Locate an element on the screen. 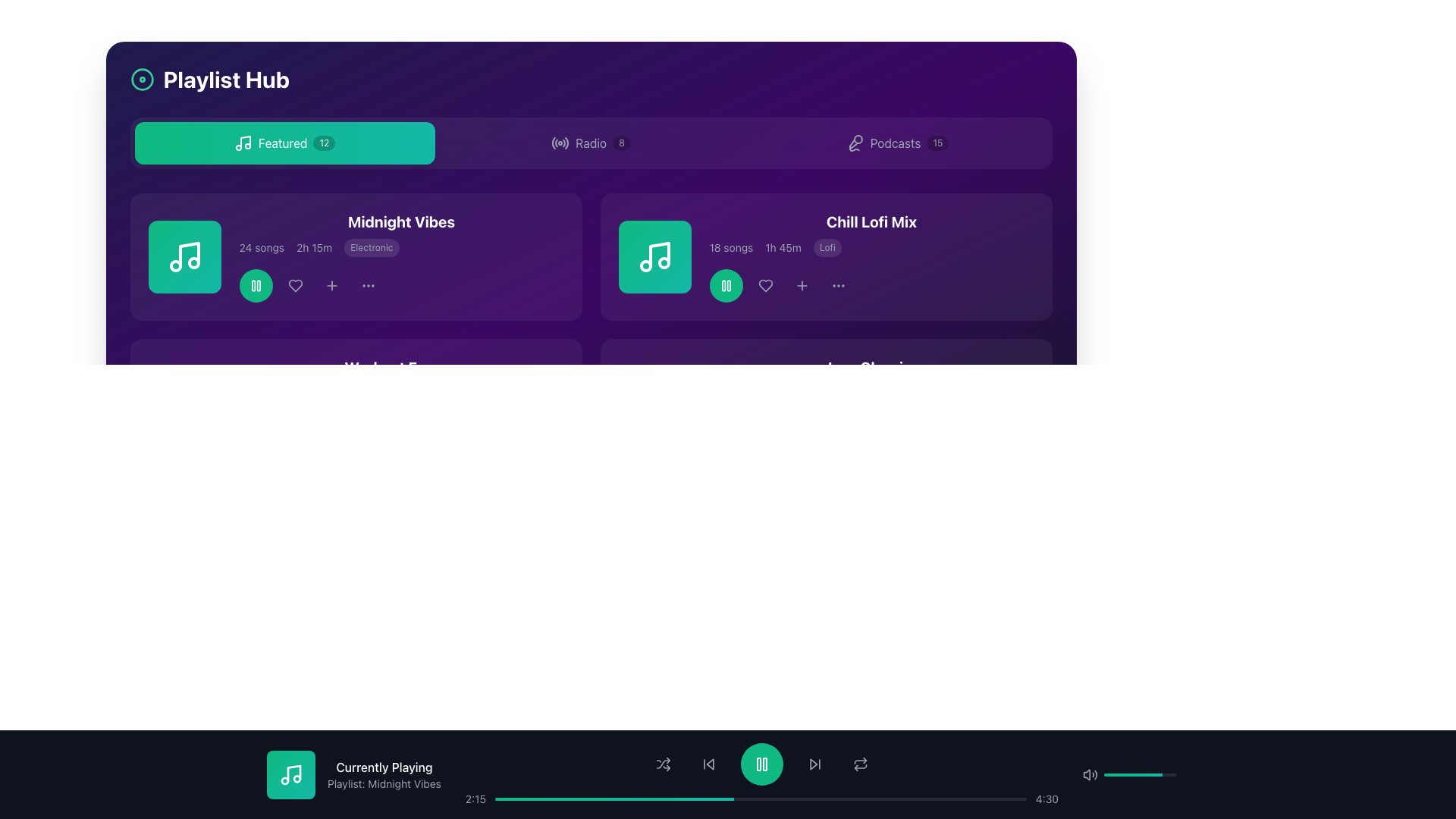 The image size is (1456, 819). the progress bar located at the bottom of the interface to seek to a specific point in playback is located at coordinates (761, 798).